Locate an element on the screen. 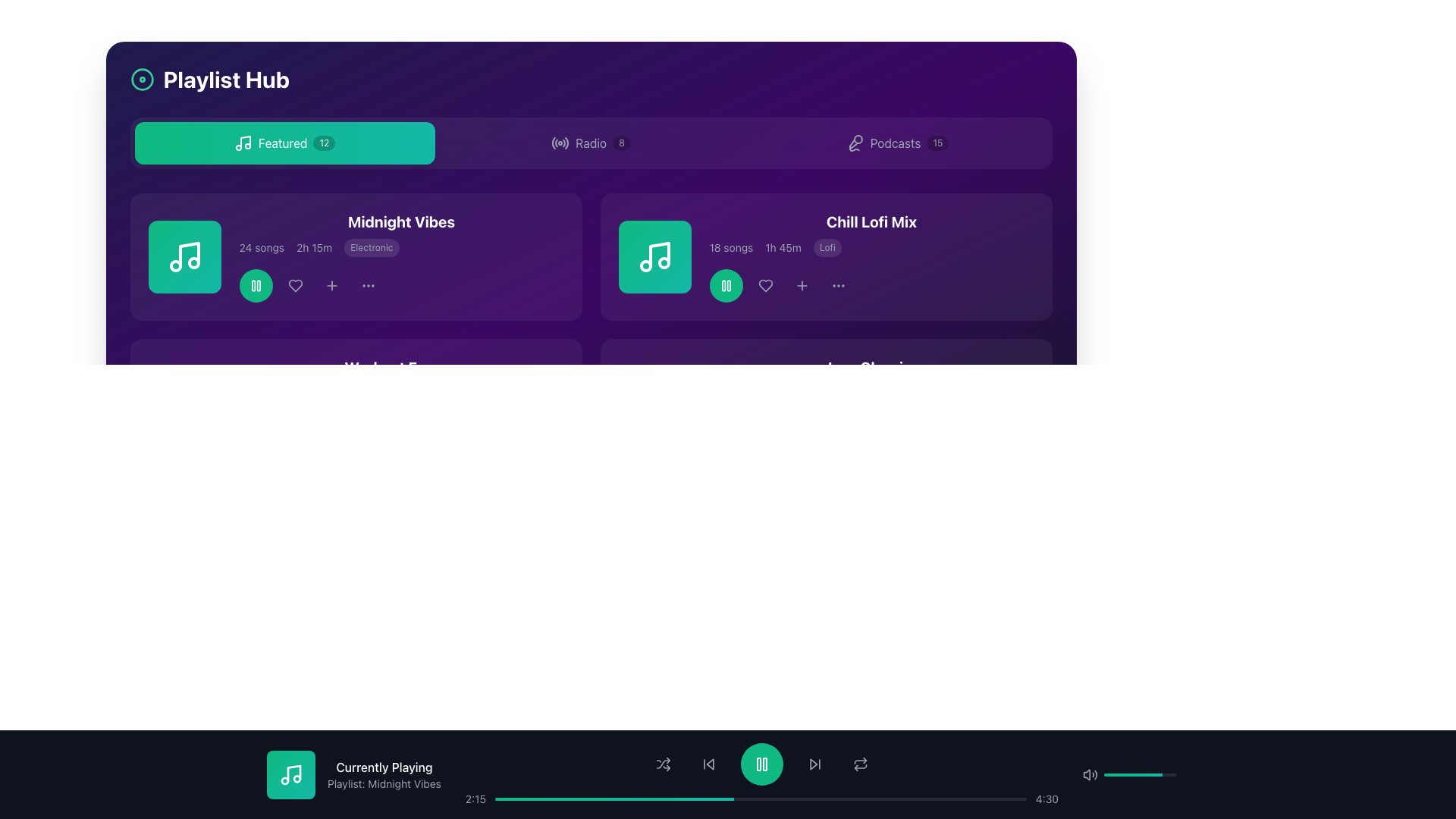 The image size is (1456, 819). the progress bar located at the bottom of the interface to seek to a specific point in playback is located at coordinates (761, 798).